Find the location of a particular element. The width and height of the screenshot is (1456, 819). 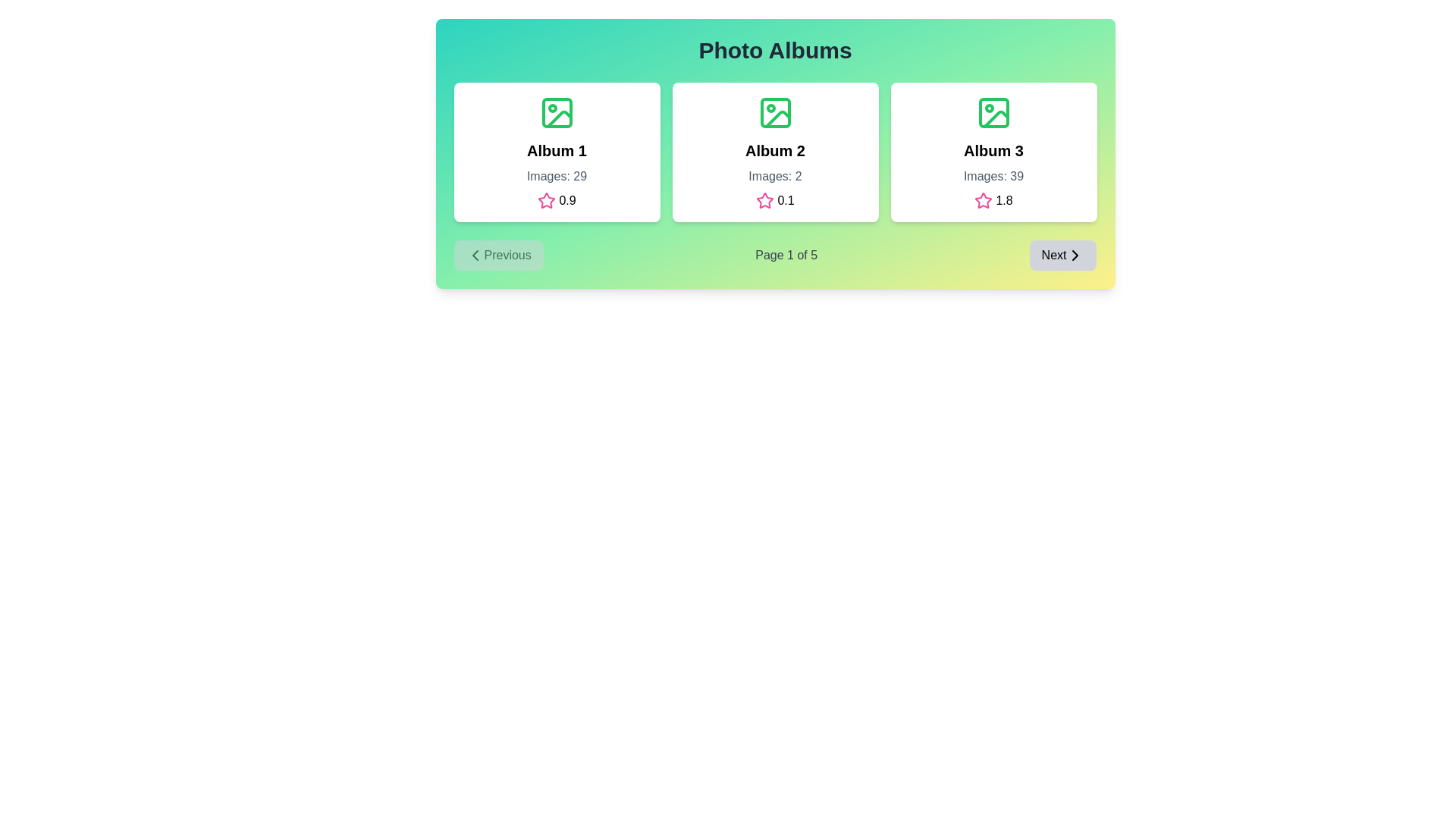

text label displaying 'Album 3', which is prominently styled and located within the third album card underneath an image icon is located at coordinates (993, 151).